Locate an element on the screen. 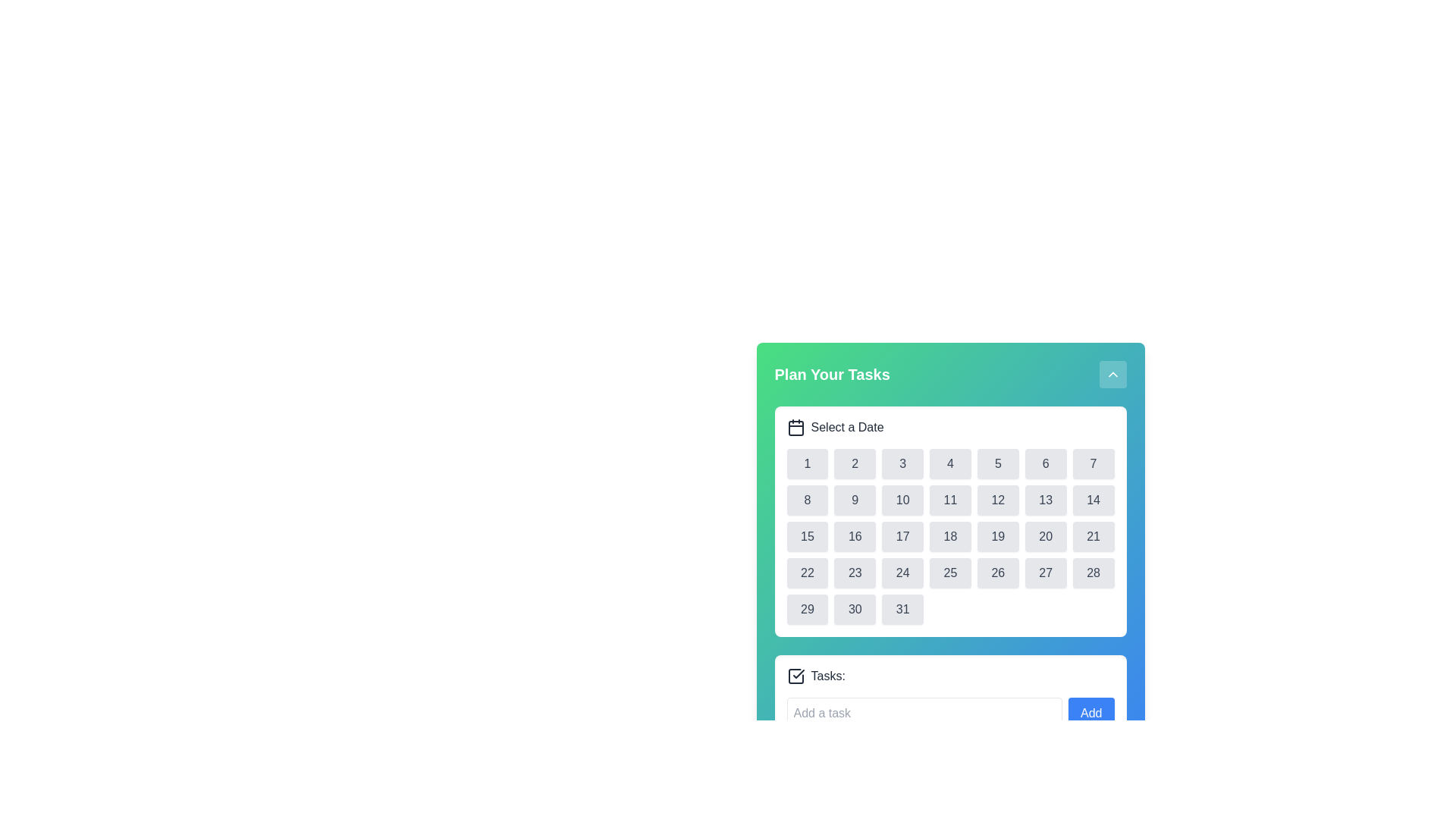 This screenshot has height=819, width=1456. the button representing the selectable day in the calendar interface located in the second row and fourth column is located at coordinates (949, 500).